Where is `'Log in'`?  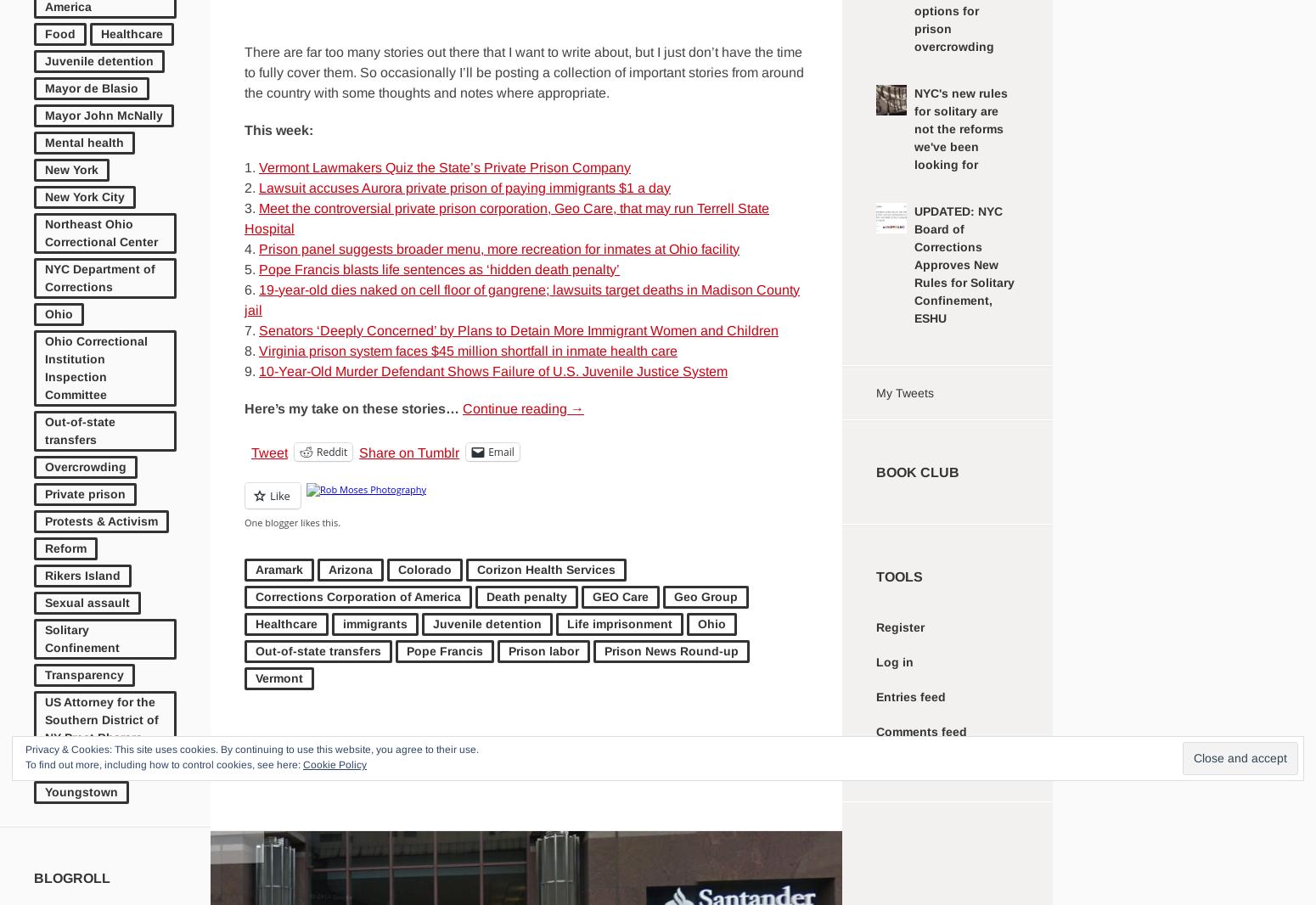 'Log in' is located at coordinates (895, 660).